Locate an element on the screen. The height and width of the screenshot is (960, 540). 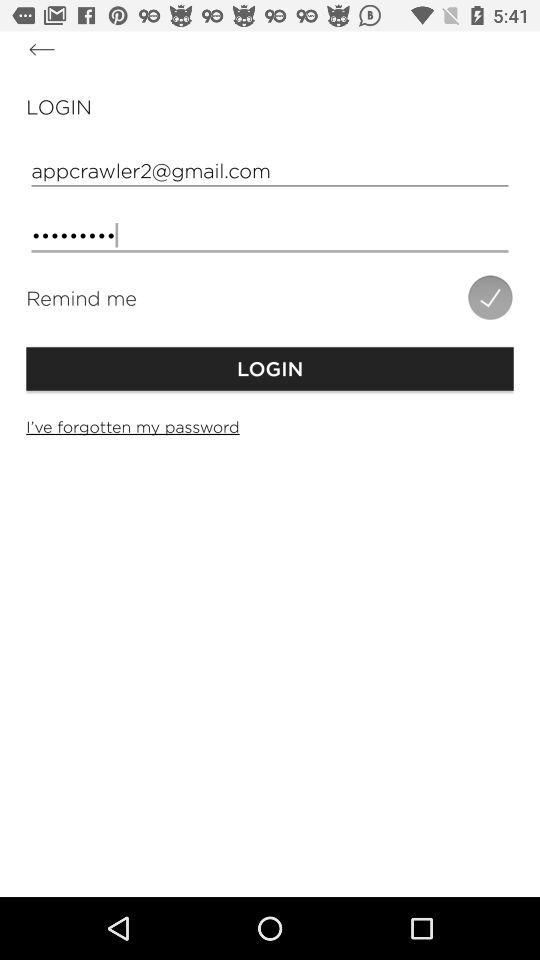
the item above crowd3116 icon is located at coordinates (270, 169).